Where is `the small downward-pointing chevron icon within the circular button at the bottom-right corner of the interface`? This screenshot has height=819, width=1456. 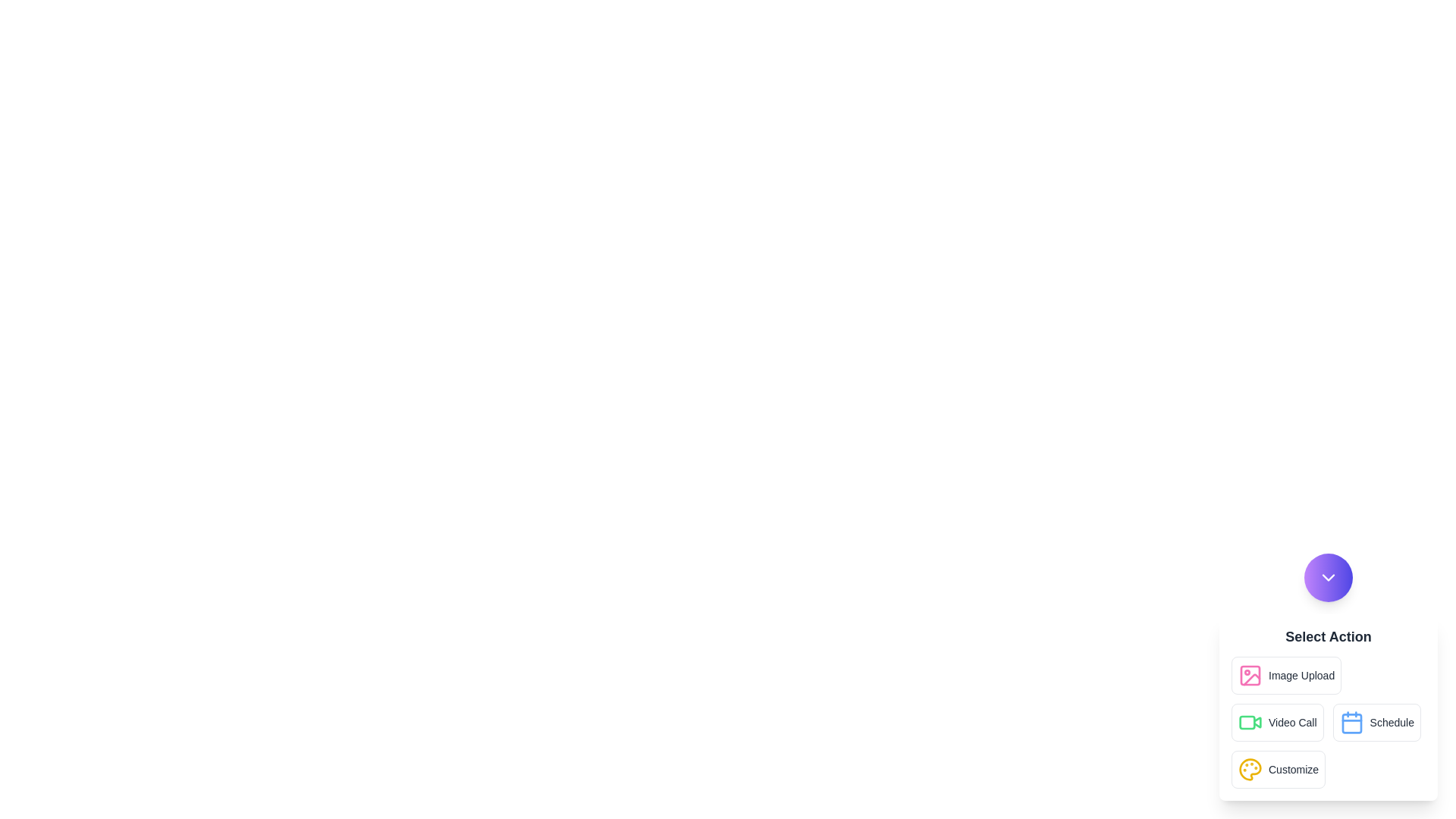 the small downward-pointing chevron icon within the circular button at the bottom-right corner of the interface is located at coordinates (1328, 578).